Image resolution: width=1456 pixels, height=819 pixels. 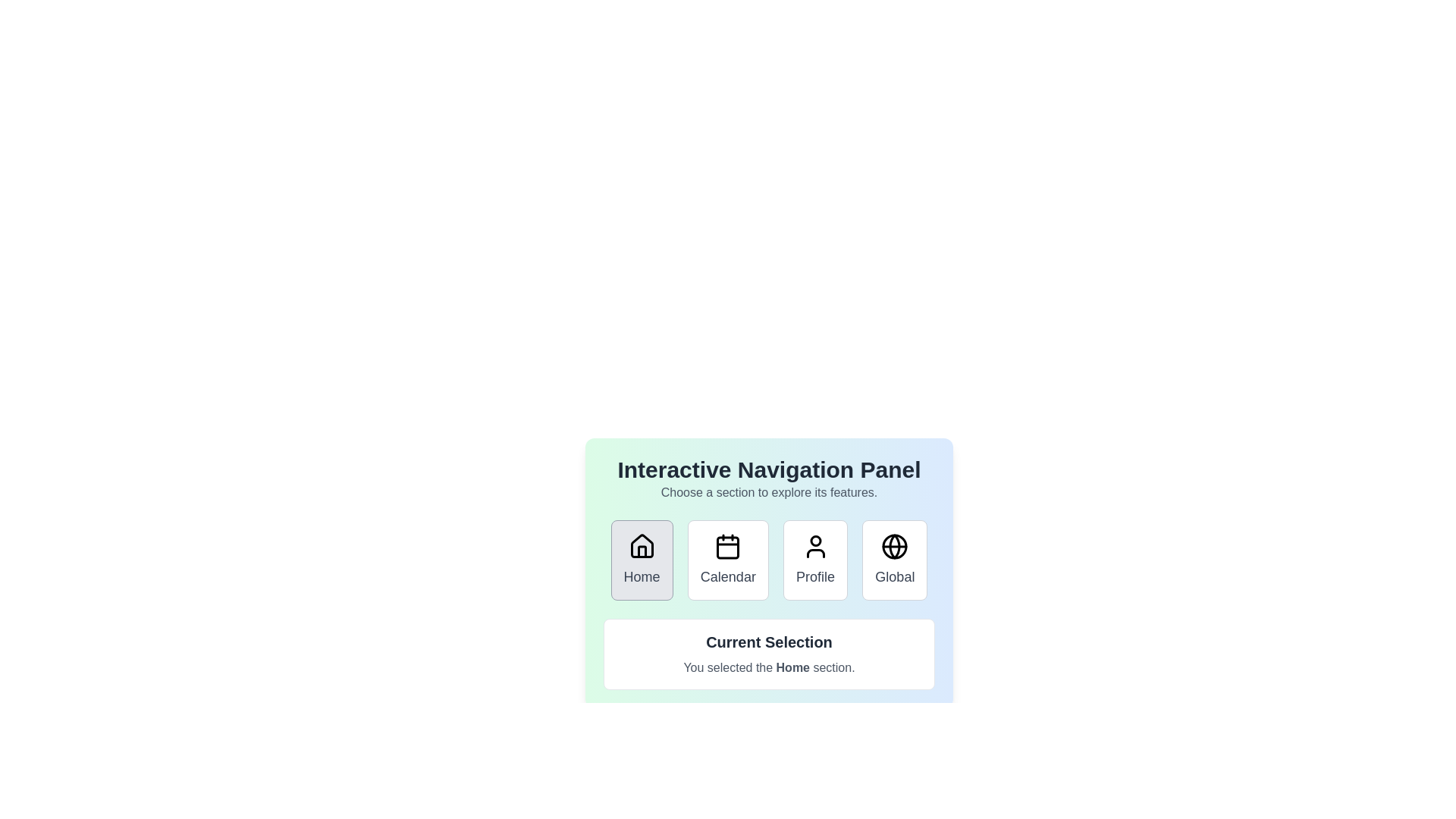 What do you see at coordinates (769, 549) in the screenshot?
I see `the 'Calendar' interactive button located in the navigation panel` at bounding box center [769, 549].